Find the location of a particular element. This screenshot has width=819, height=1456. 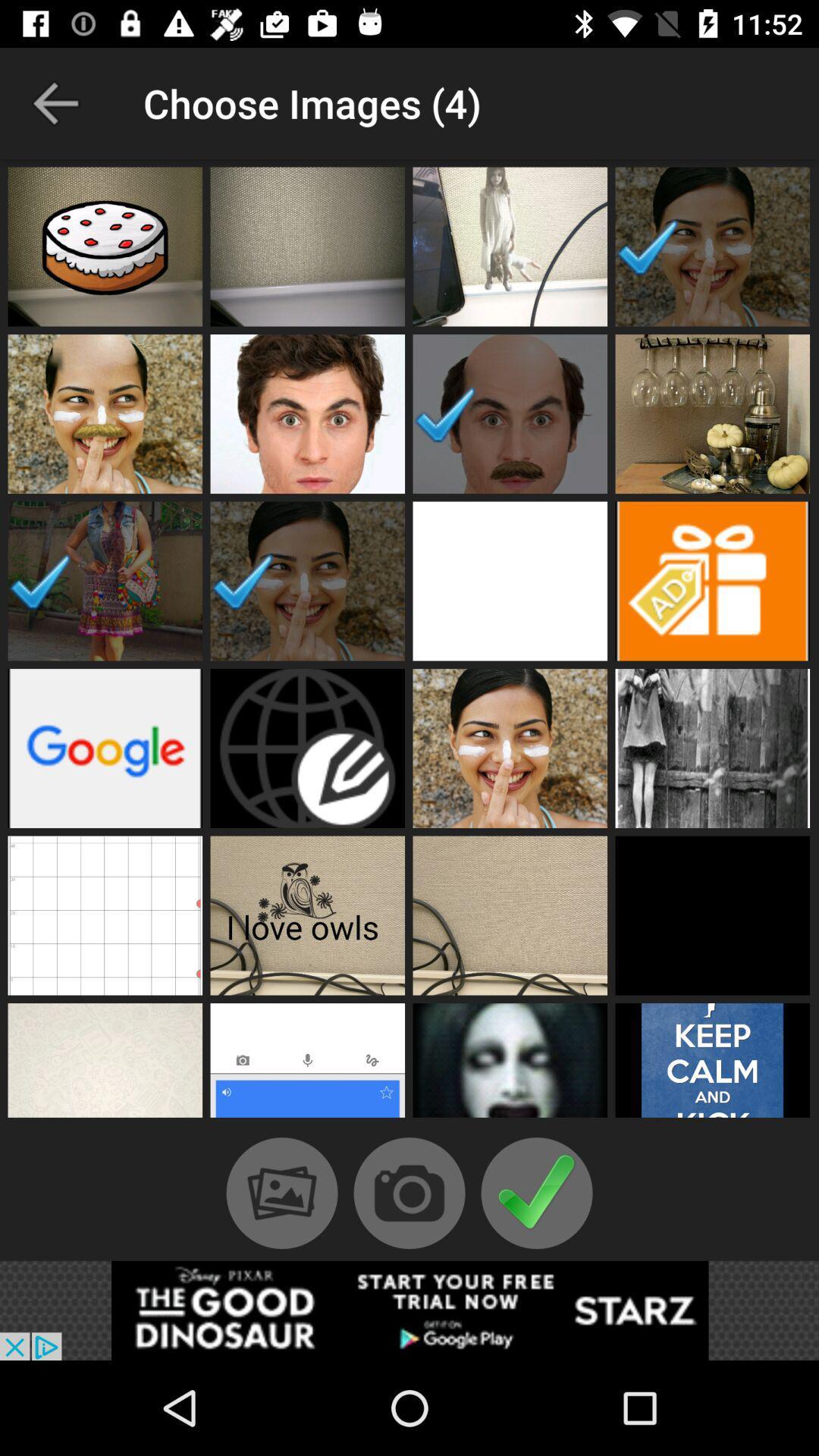

google image is located at coordinates (104, 748).